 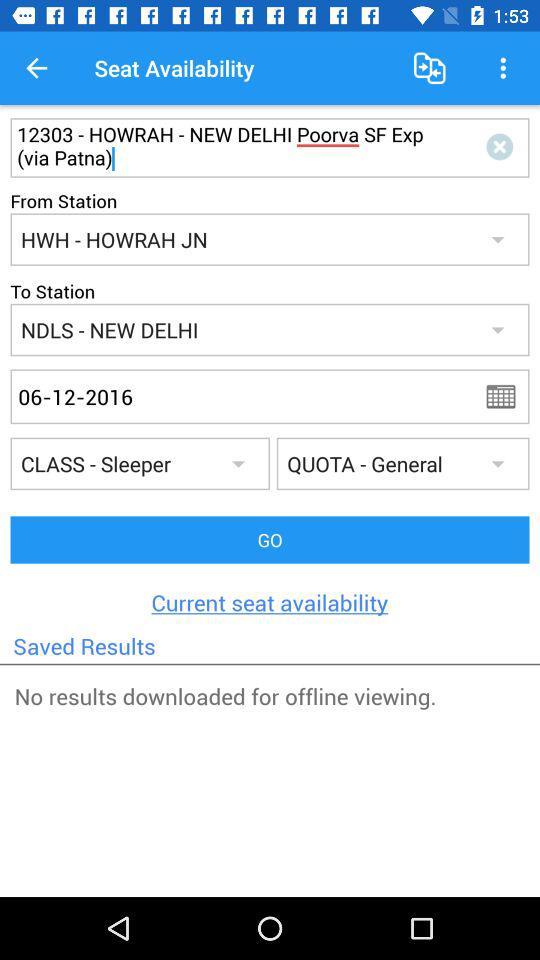 What do you see at coordinates (507, 395) in the screenshot?
I see `calendar menu` at bounding box center [507, 395].